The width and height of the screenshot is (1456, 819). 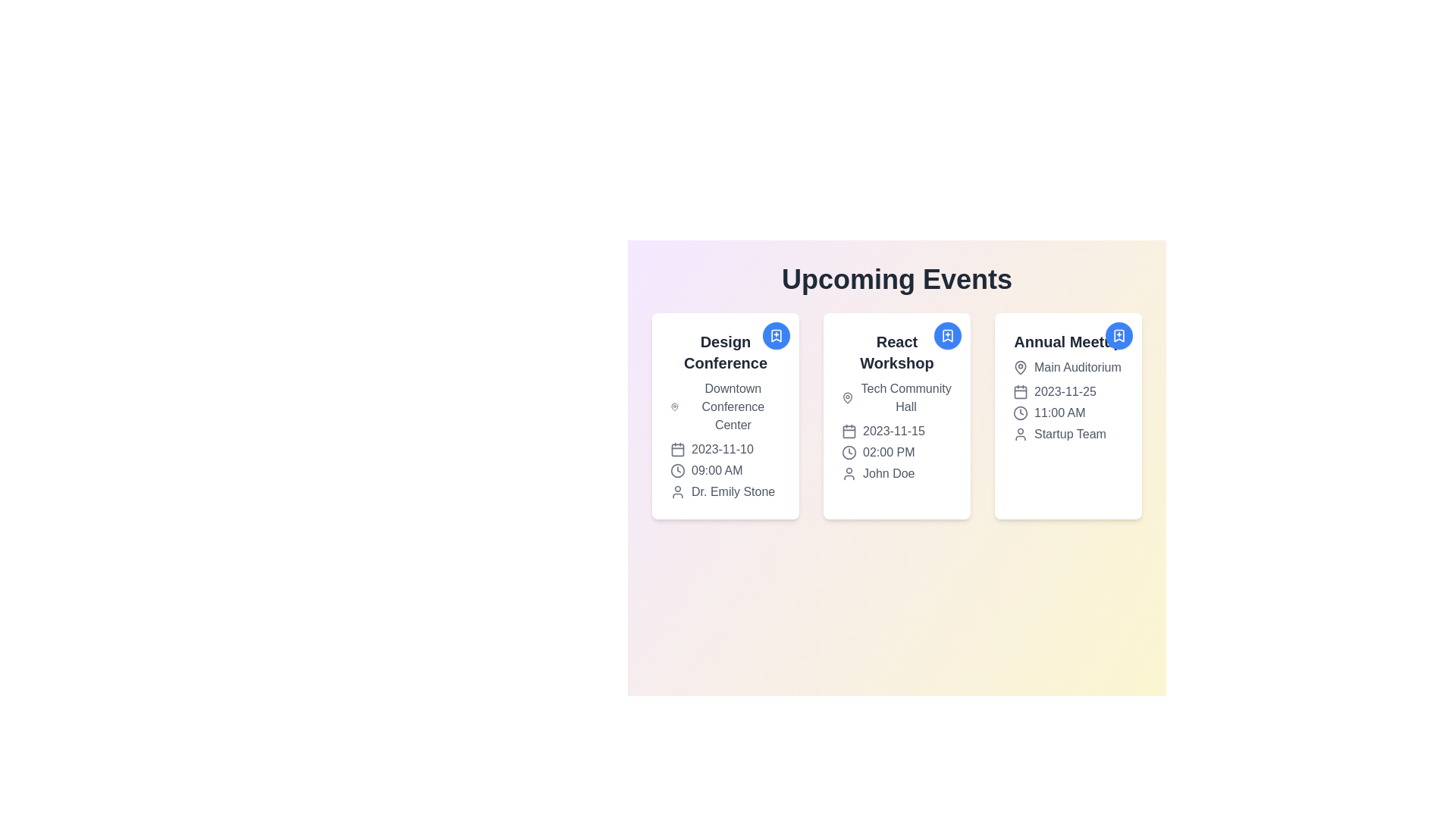 I want to click on details of the event displayed on the middle card in the 'Upcoming Events' section, which includes its title, location, date, time, and host, so click(x=896, y=416).